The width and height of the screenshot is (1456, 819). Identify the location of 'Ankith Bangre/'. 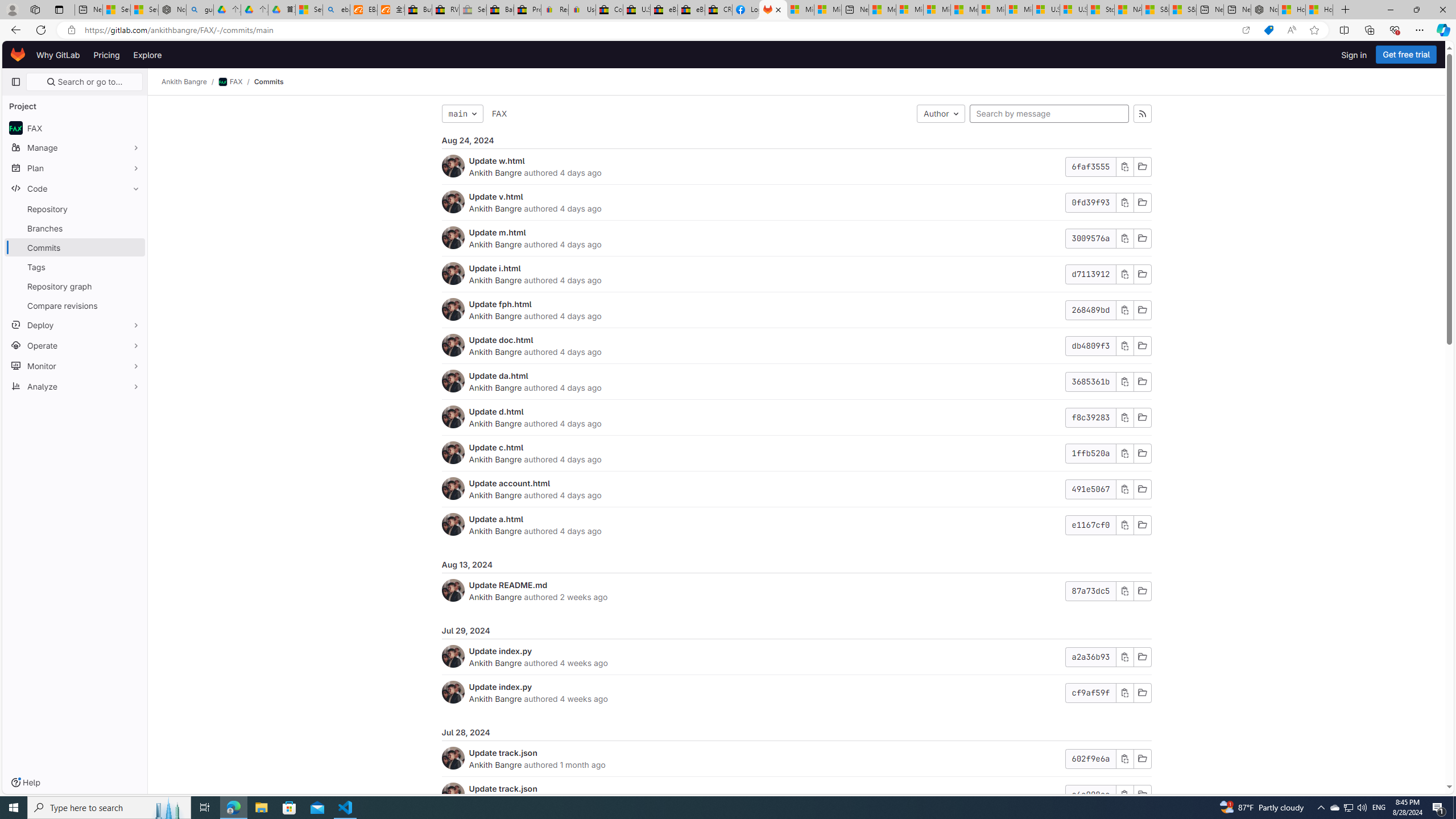
(190, 81).